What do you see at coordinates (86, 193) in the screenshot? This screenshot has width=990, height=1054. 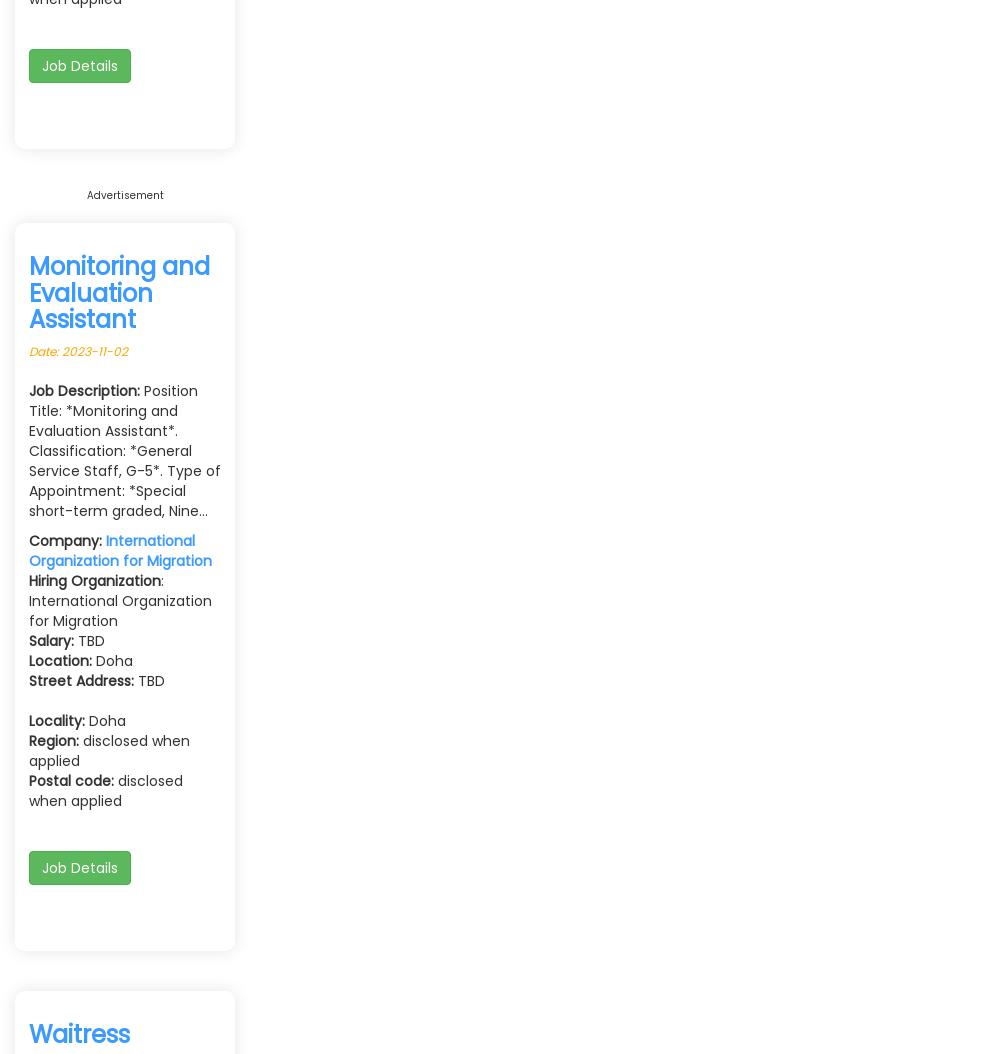 I see `'Advertisement'` at bounding box center [86, 193].